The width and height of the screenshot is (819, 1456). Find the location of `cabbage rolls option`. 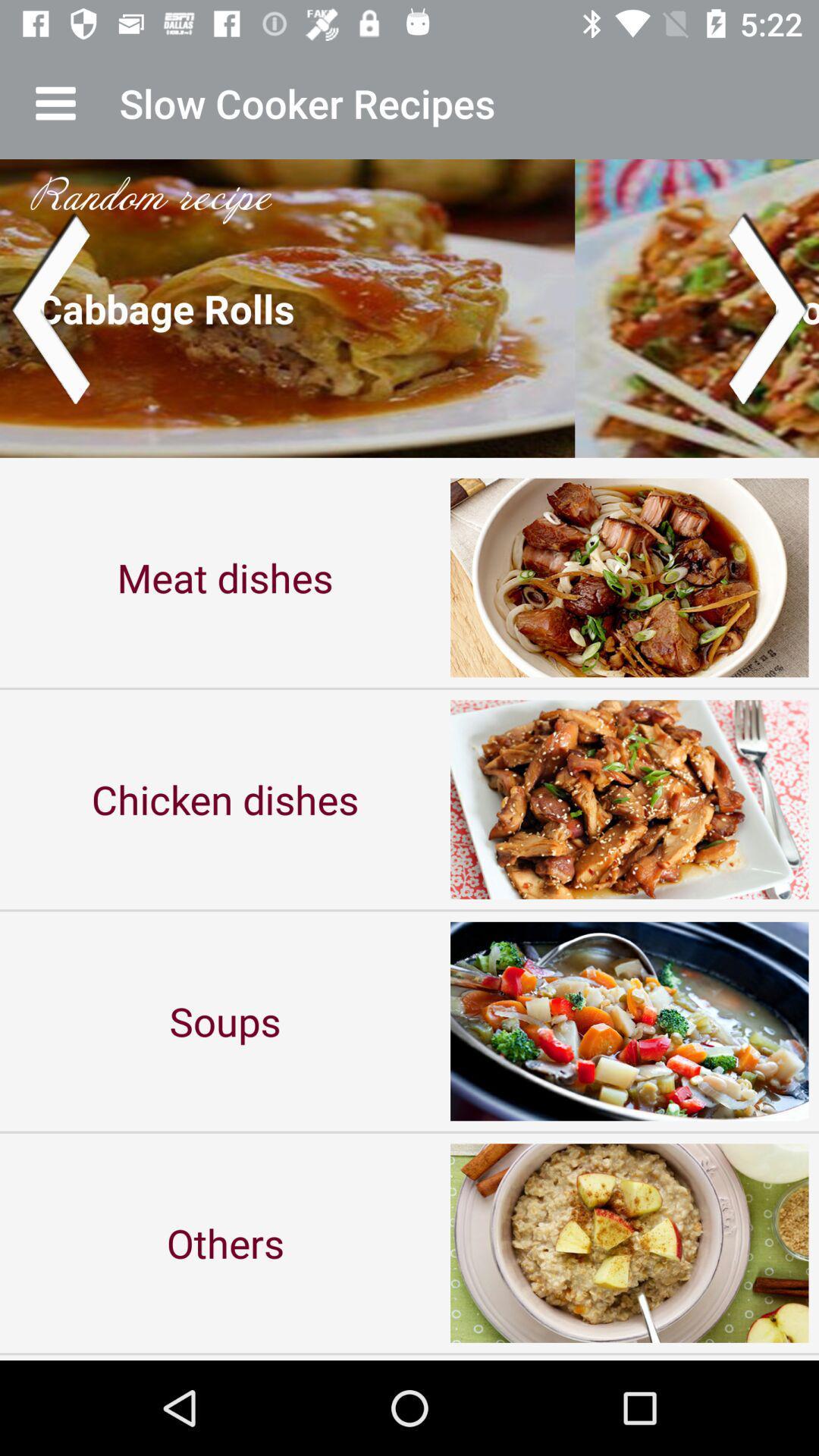

cabbage rolls option is located at coordinates (409, 307).